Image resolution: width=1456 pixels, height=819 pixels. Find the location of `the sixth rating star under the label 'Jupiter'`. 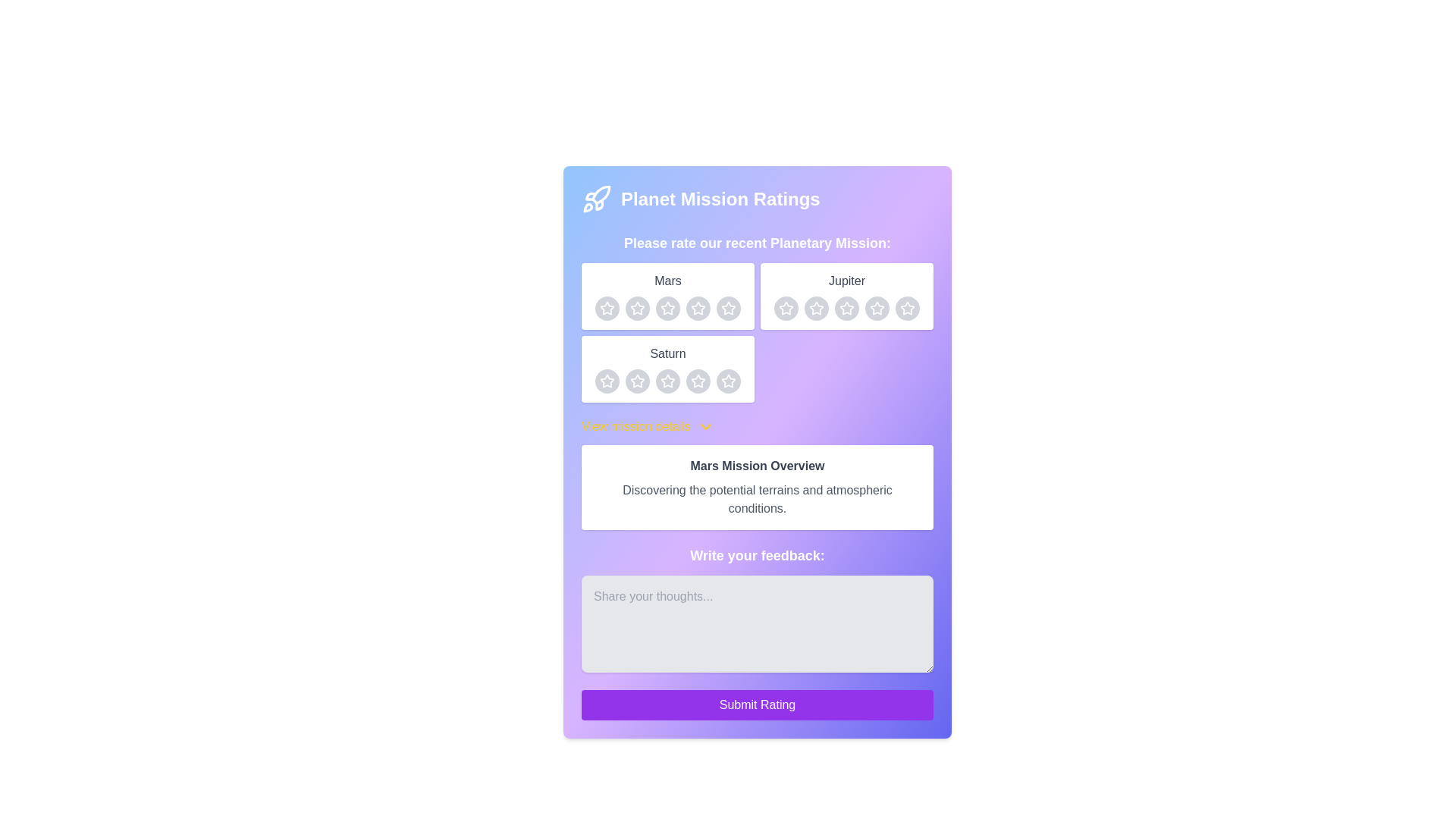

the sixth rating star under the label 'Jupiter' is located at coordinates (907, 308).